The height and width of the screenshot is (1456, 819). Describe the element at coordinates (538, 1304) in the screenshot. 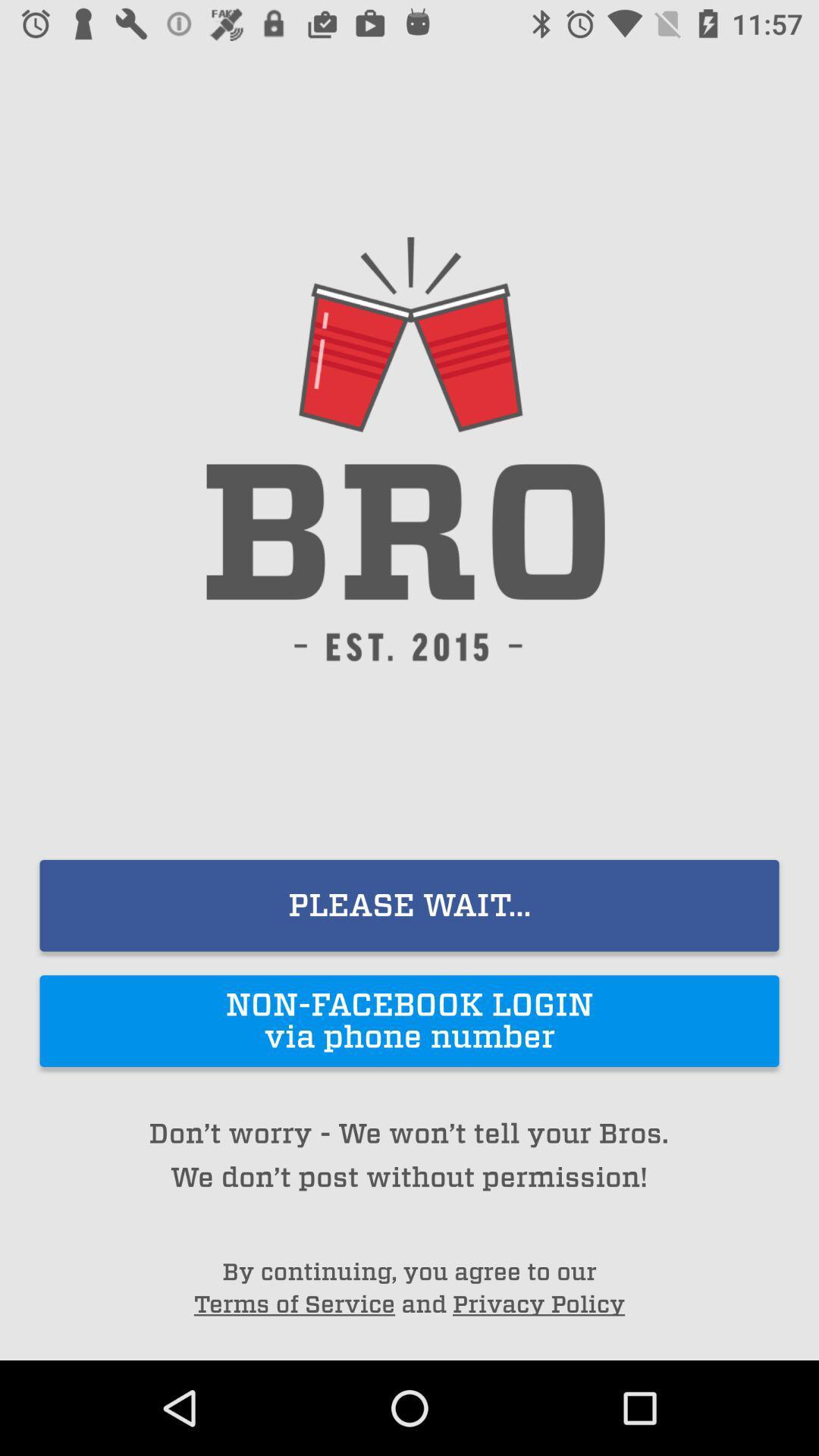

I see `the privacy policy` at that location.